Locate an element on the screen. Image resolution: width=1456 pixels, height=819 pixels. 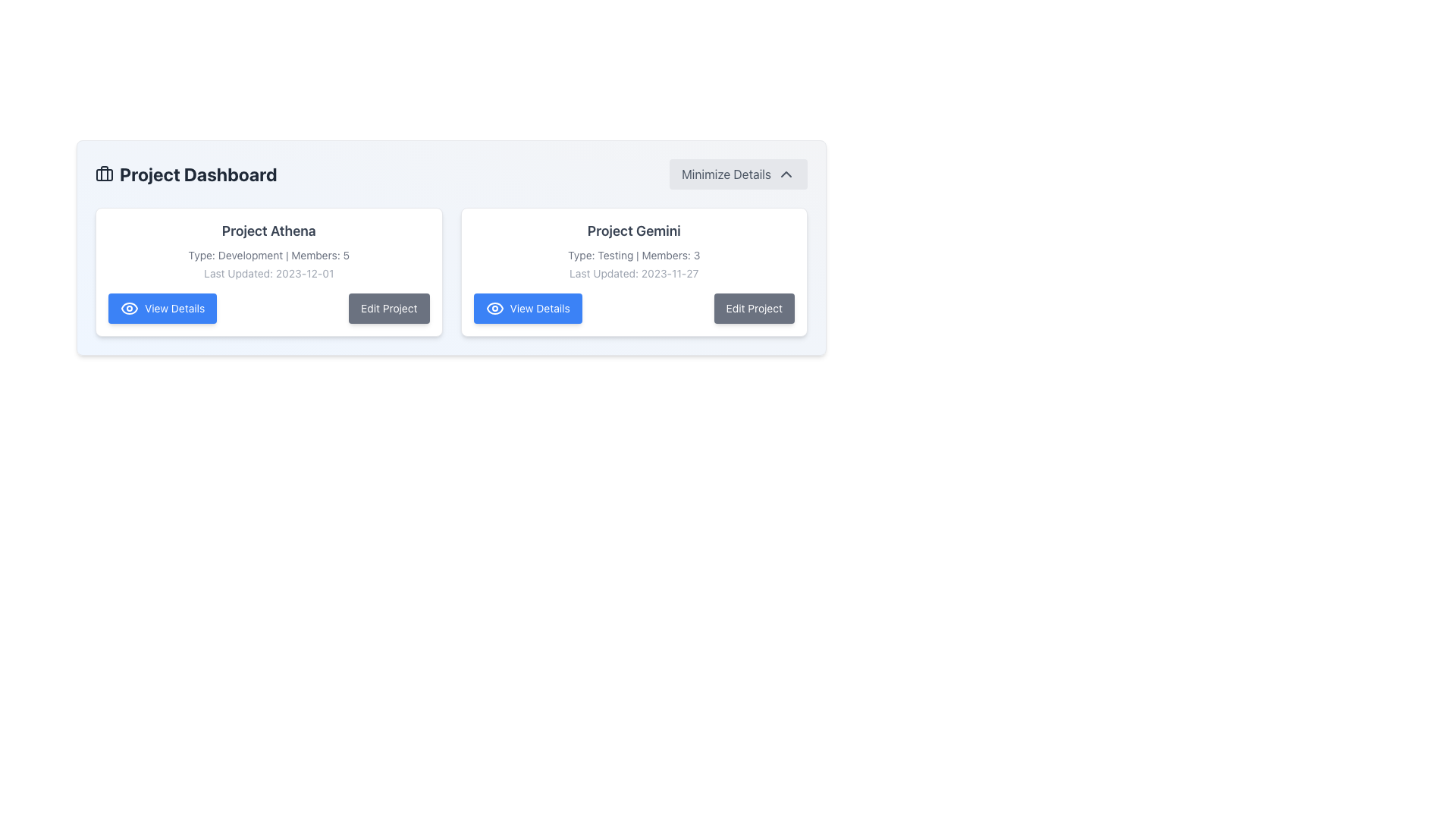
the button that triggers editing for 'Project Gemini' is located at coordinates (754, 308).